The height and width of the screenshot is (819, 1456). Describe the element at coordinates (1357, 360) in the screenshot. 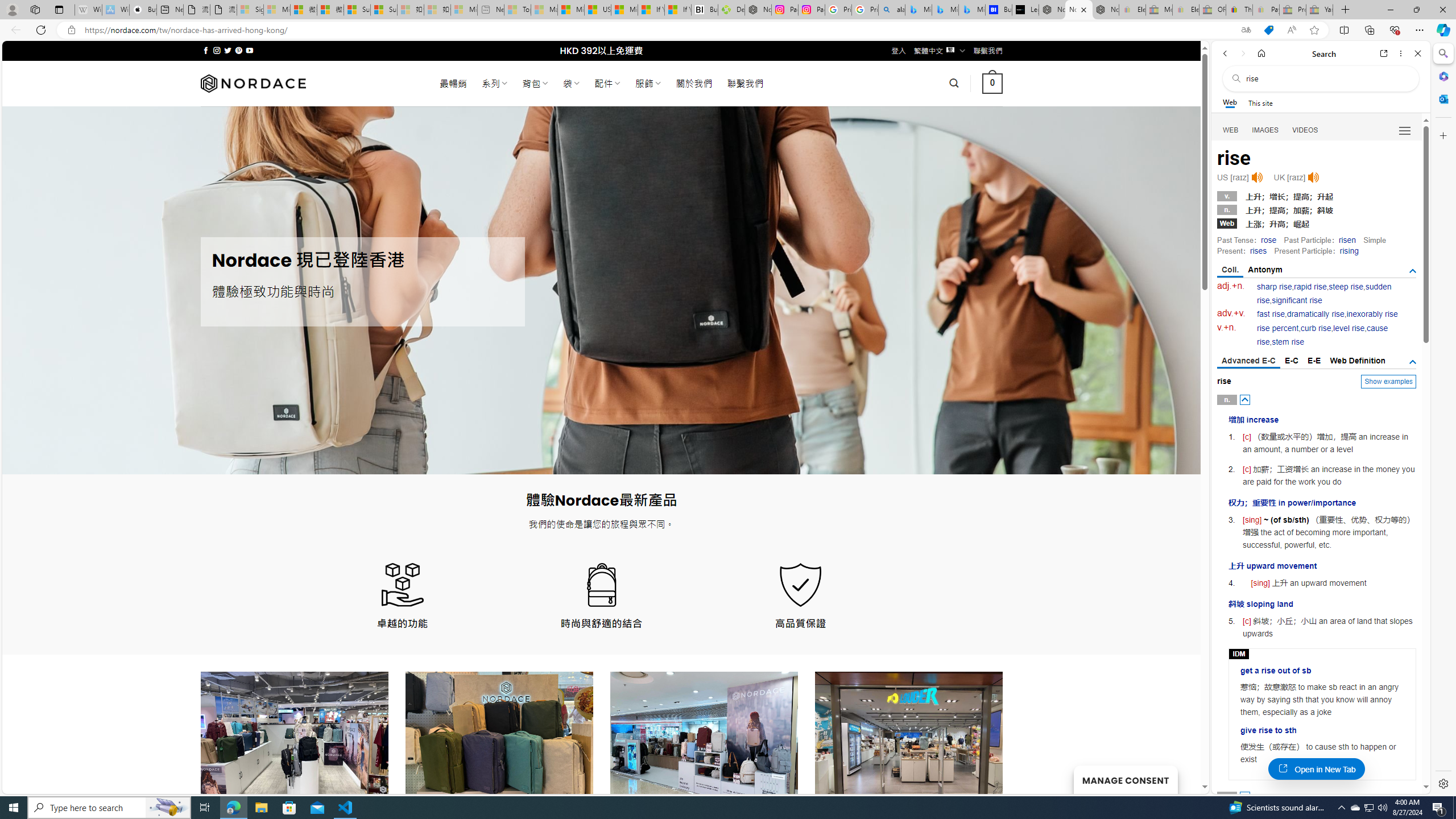

I see `'Web Definition'` at that location.